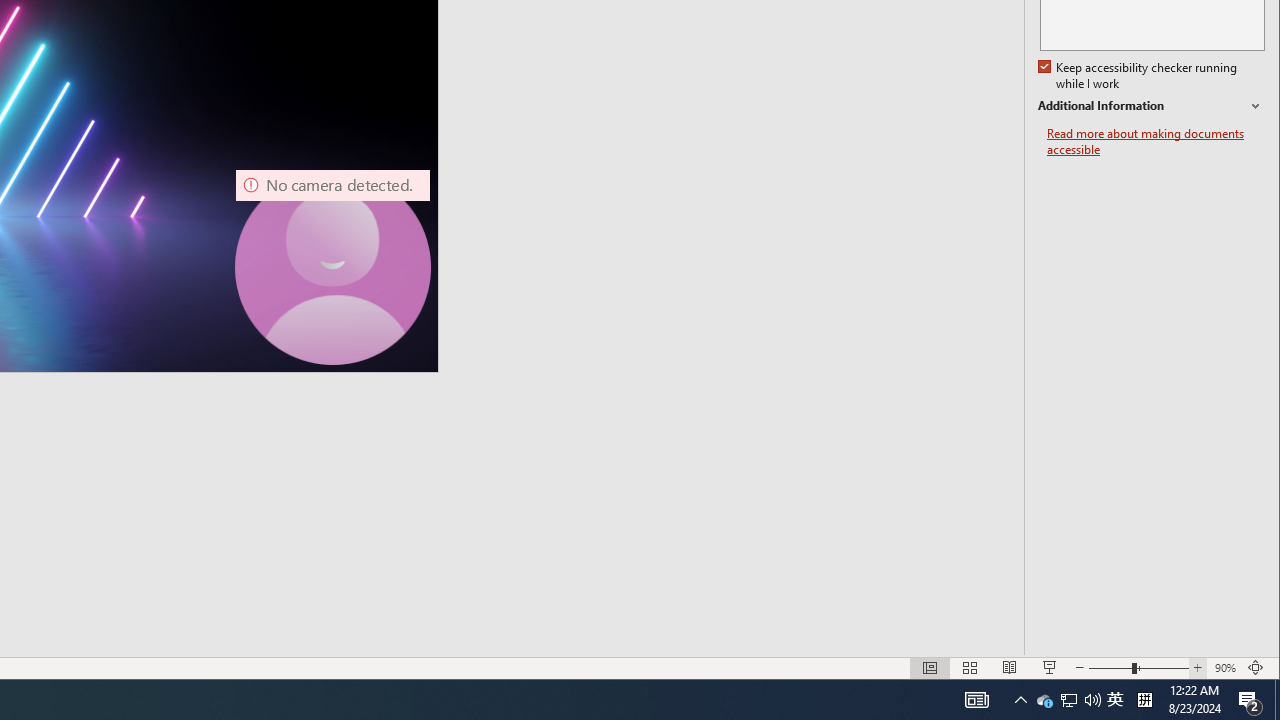  I want to click on 'Zoom 90%', so click(1224, 668).